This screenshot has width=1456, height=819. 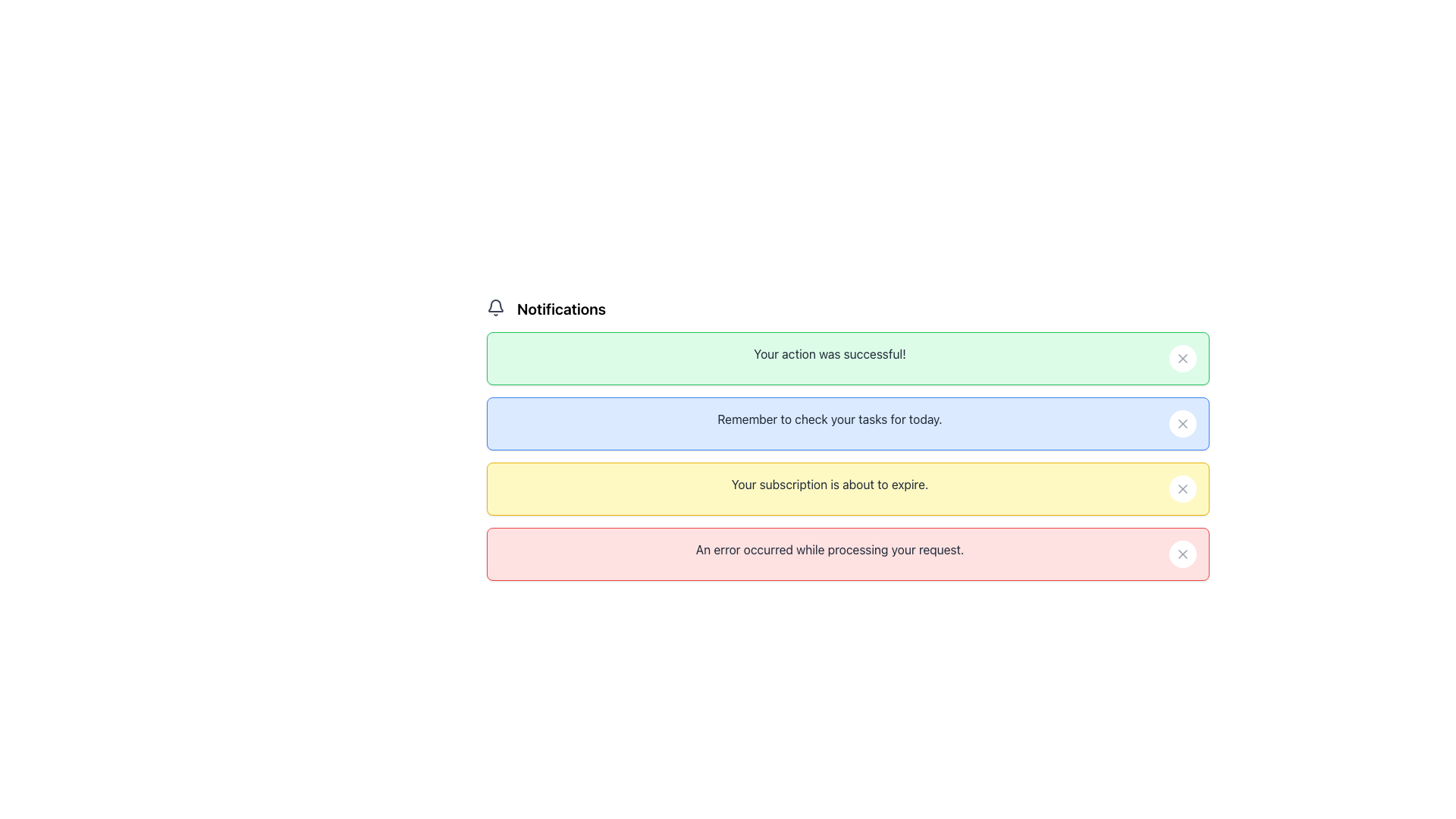 I want to click on the yellow-bordered notification box that contains the alert text 'Your subscription is about to expire.', so click(x=847, y=488).